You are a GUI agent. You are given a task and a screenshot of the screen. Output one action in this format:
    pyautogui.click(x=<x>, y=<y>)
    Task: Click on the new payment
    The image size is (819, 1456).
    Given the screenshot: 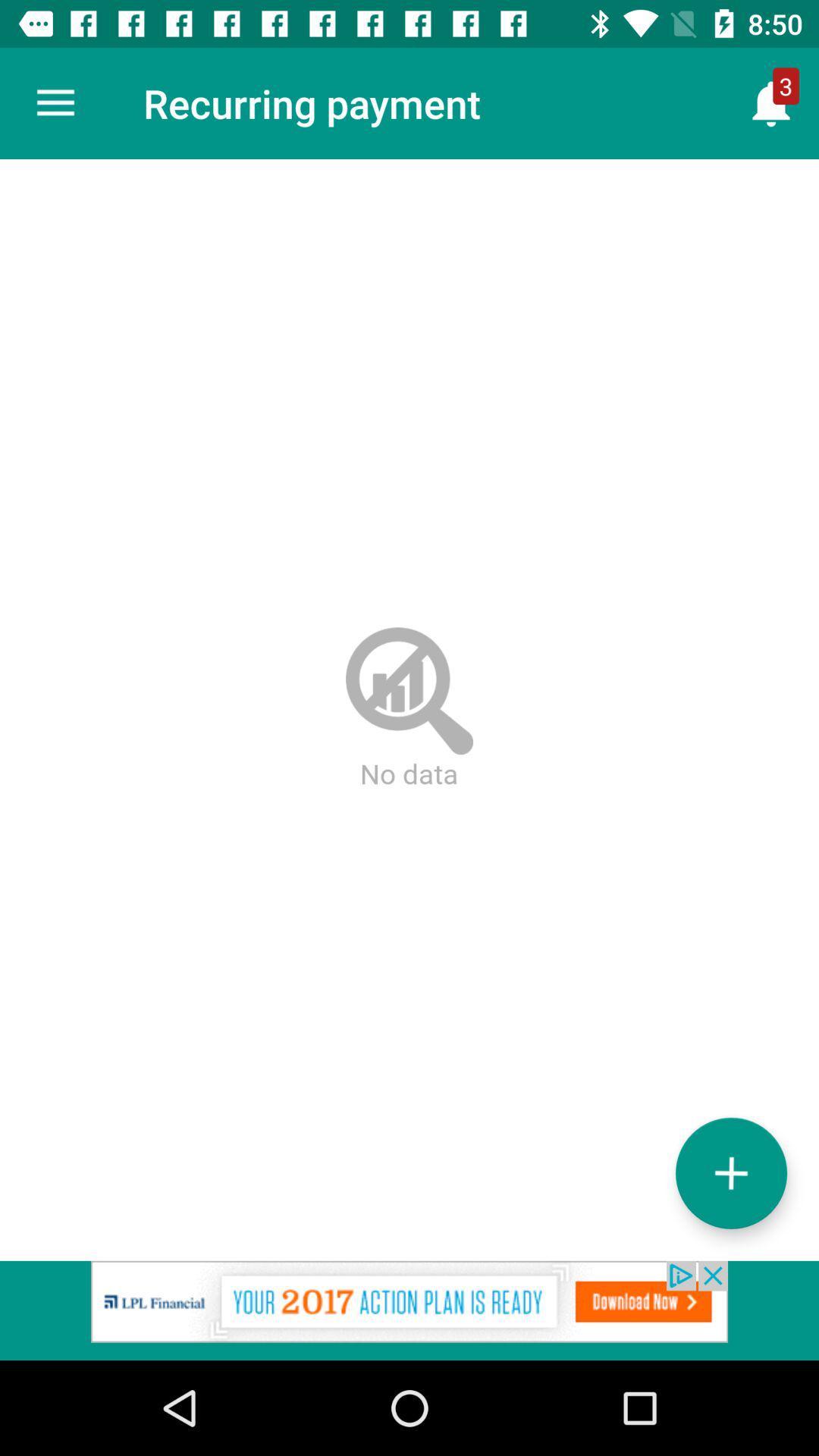 What is the action you would take?
    pyautogui.click(x=730, y=1172)
    